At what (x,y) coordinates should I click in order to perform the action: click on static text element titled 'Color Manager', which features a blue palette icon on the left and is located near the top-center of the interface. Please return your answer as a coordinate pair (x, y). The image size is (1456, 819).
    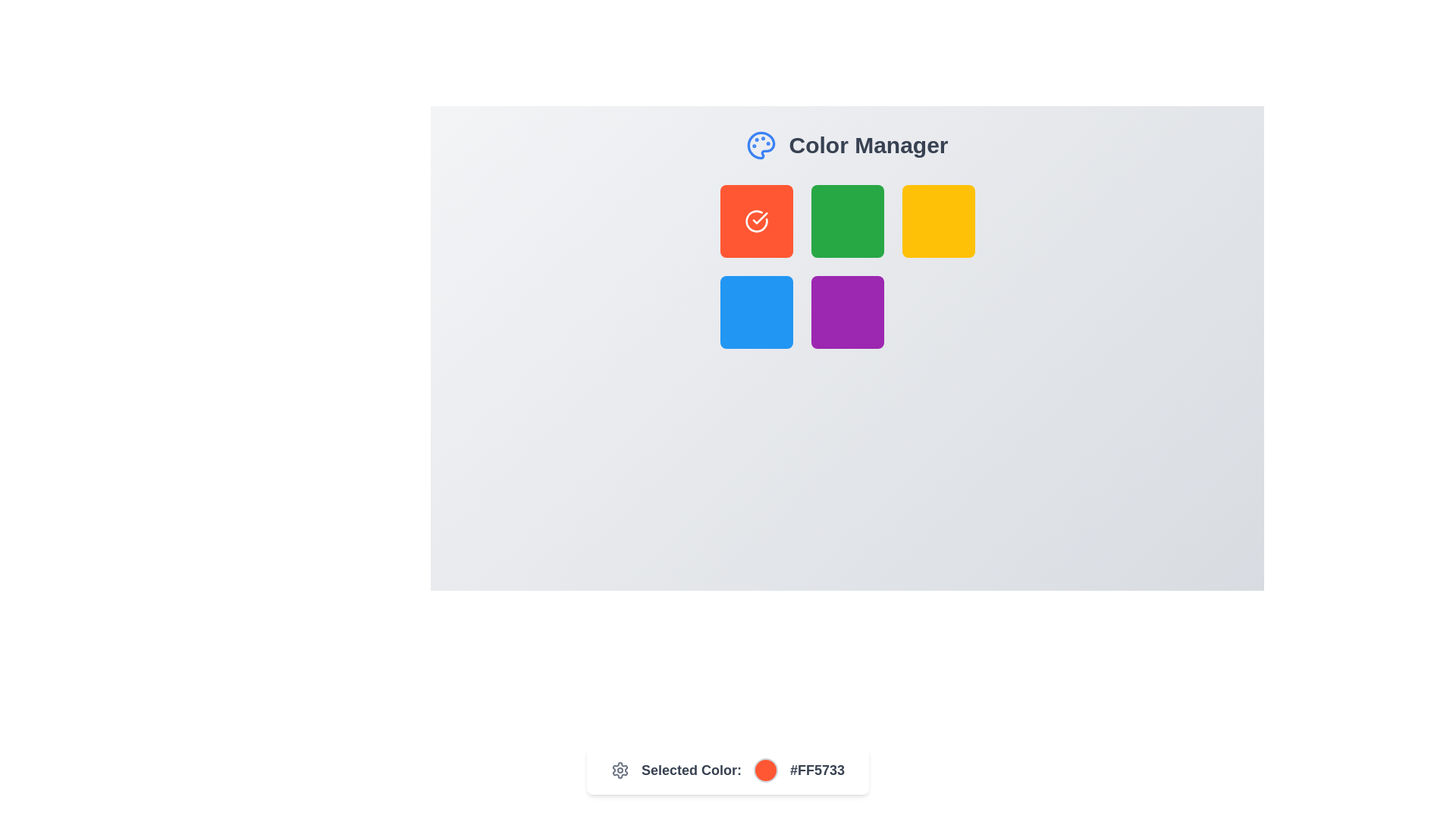
    Looking at the image, I should click on (846, 146).